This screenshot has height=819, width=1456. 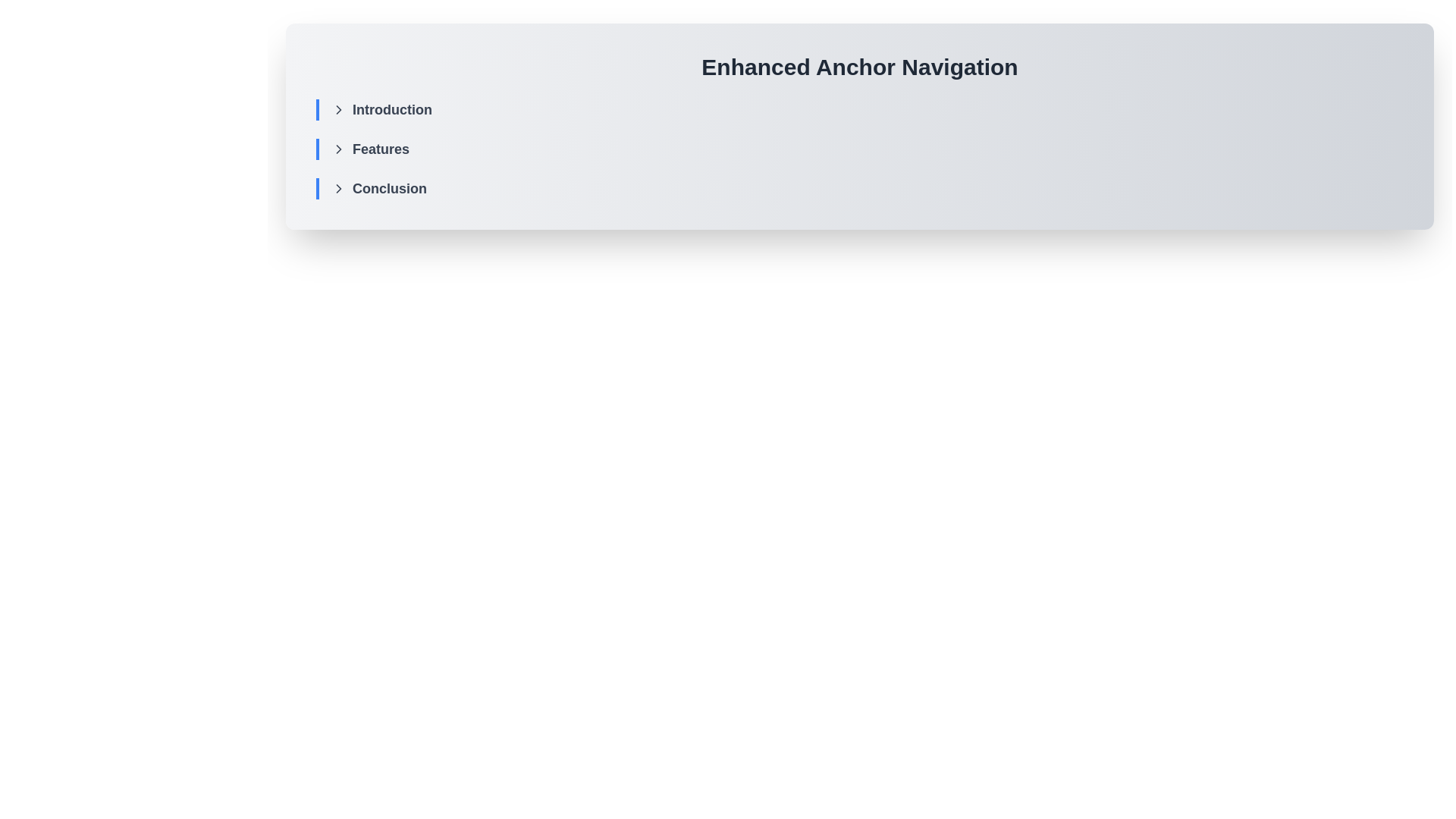 I want to click on the chevron icon located to the left of the 'Introduction' text, so click(x=337, y=109).